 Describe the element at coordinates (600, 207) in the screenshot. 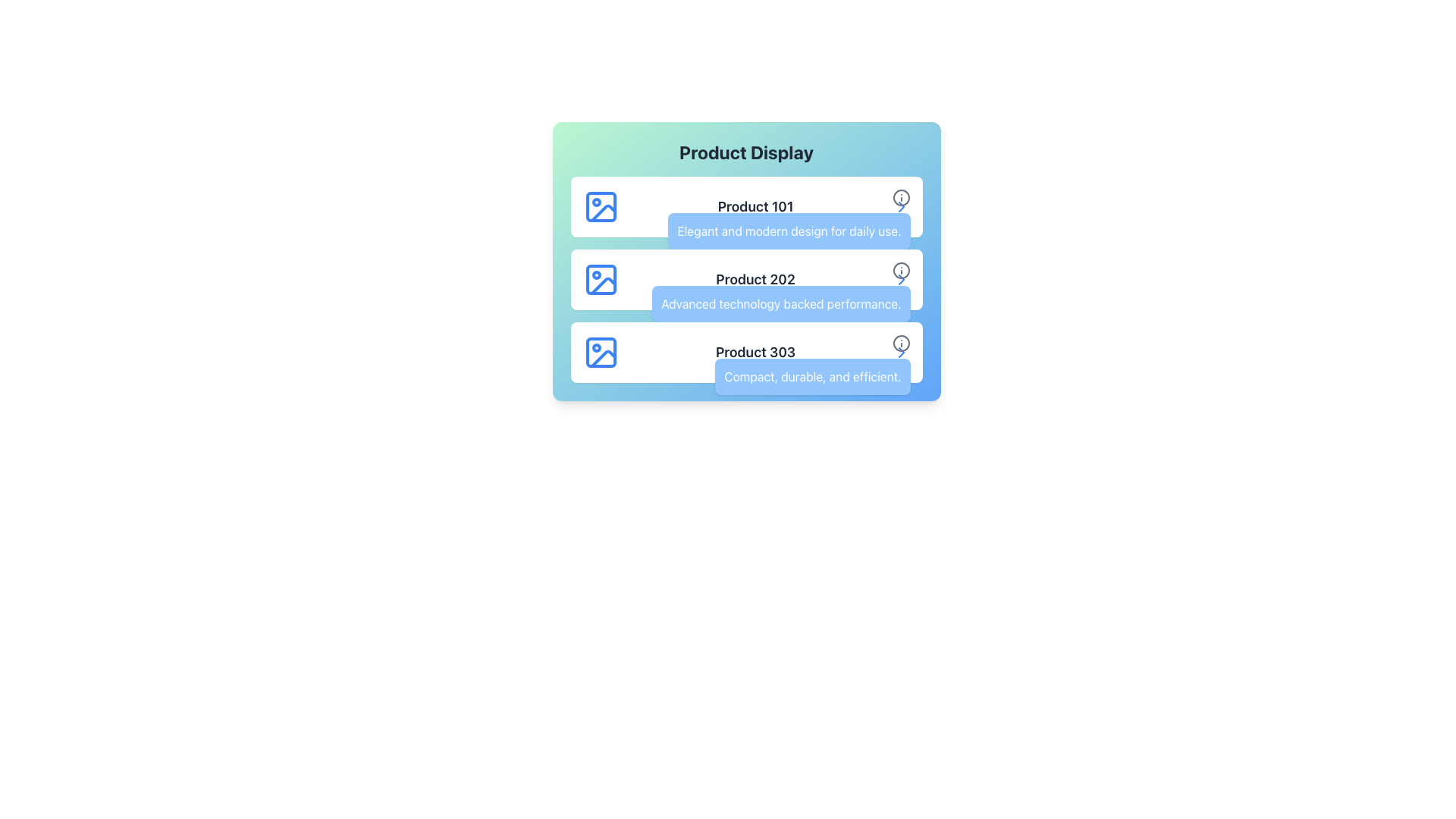

I see `the prominent rectangular Icon Part at the top-left of the 'Product 101' entry in the 'Product Display' section` at that location.